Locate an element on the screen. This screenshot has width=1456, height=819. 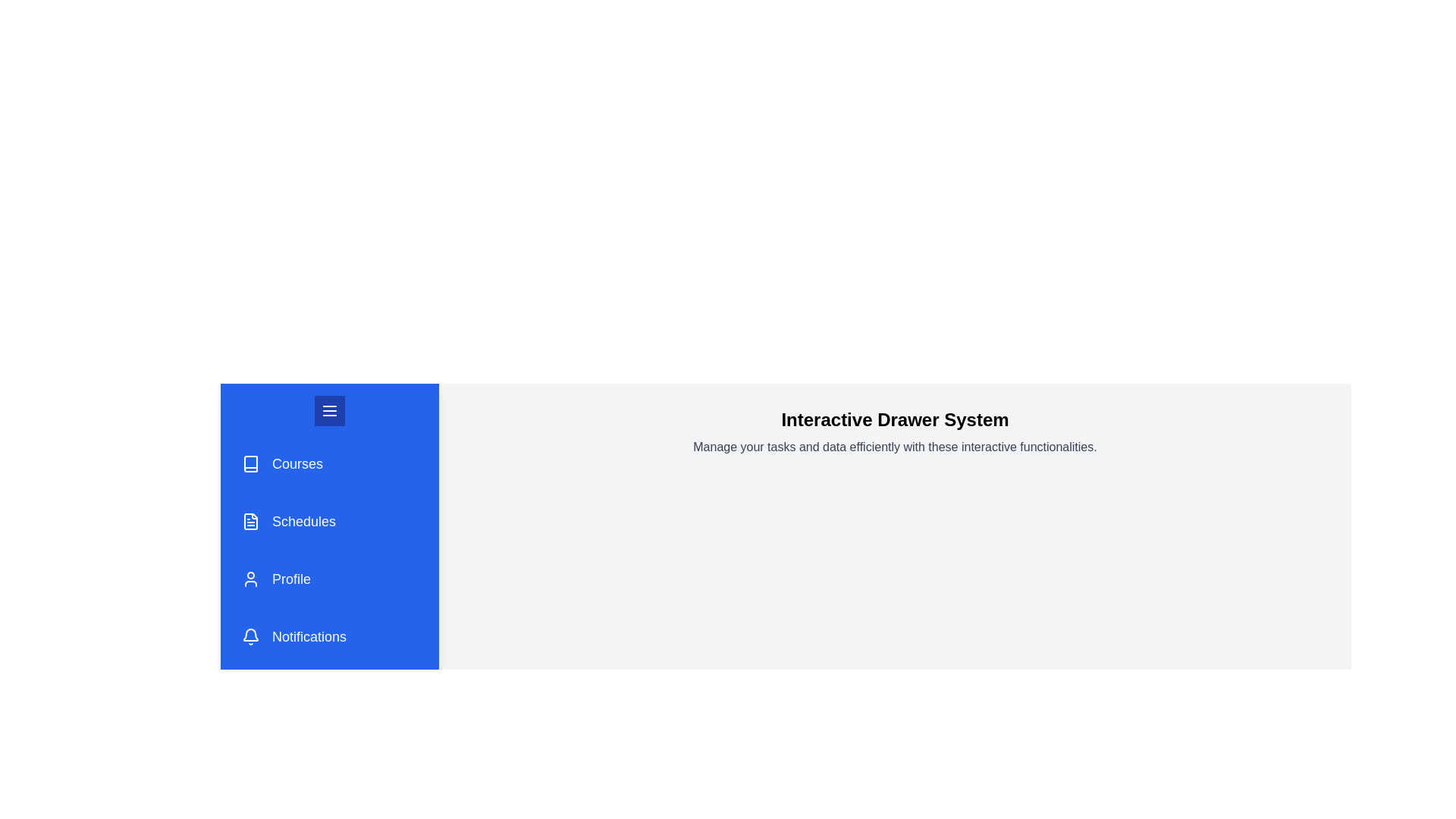
the 'Notifications' menu item in the drawer is located at coordinates (329, 637).